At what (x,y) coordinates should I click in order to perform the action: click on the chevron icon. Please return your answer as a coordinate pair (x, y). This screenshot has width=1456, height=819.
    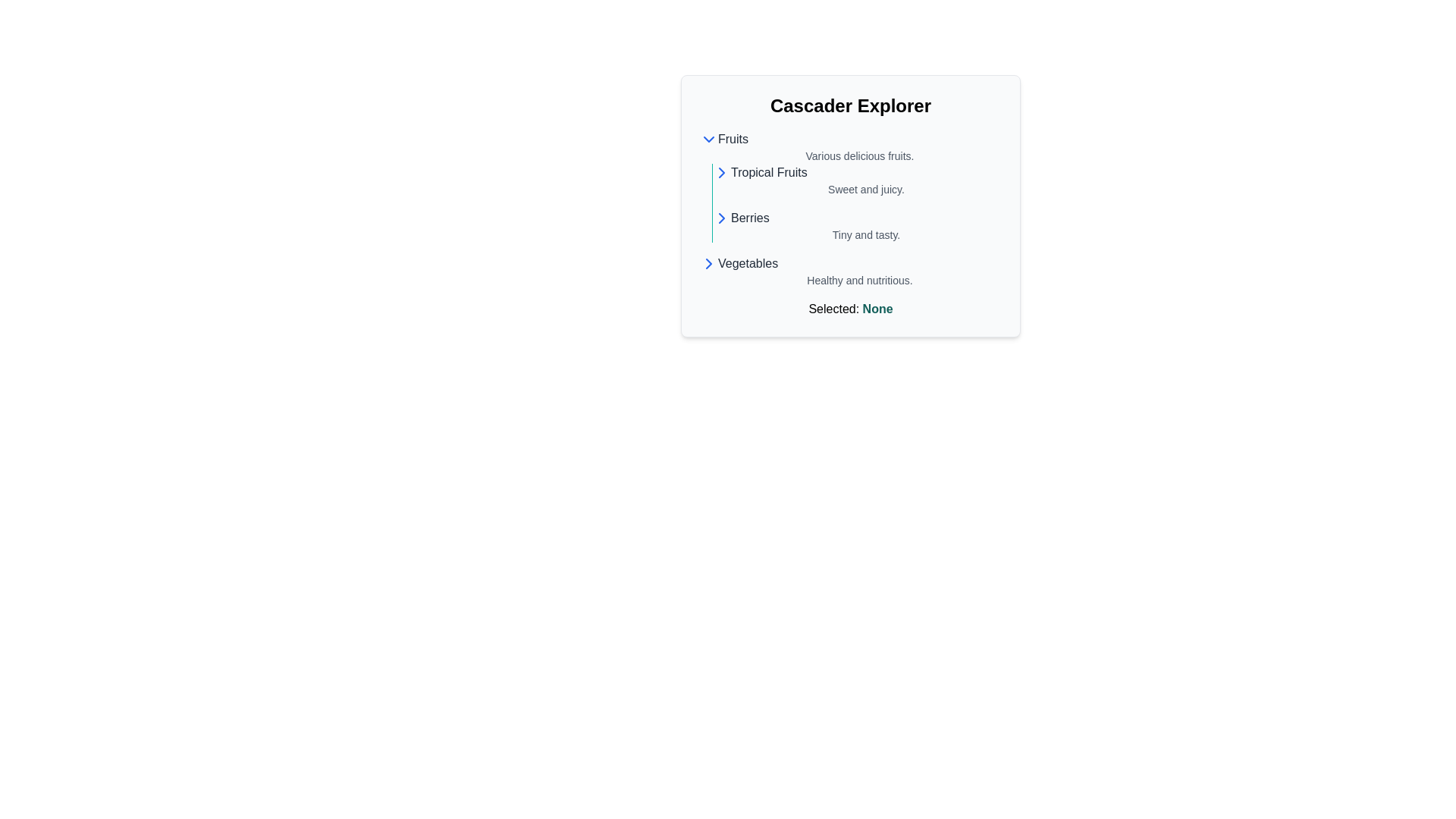
    Looking at the image, I should click on (720, 171).